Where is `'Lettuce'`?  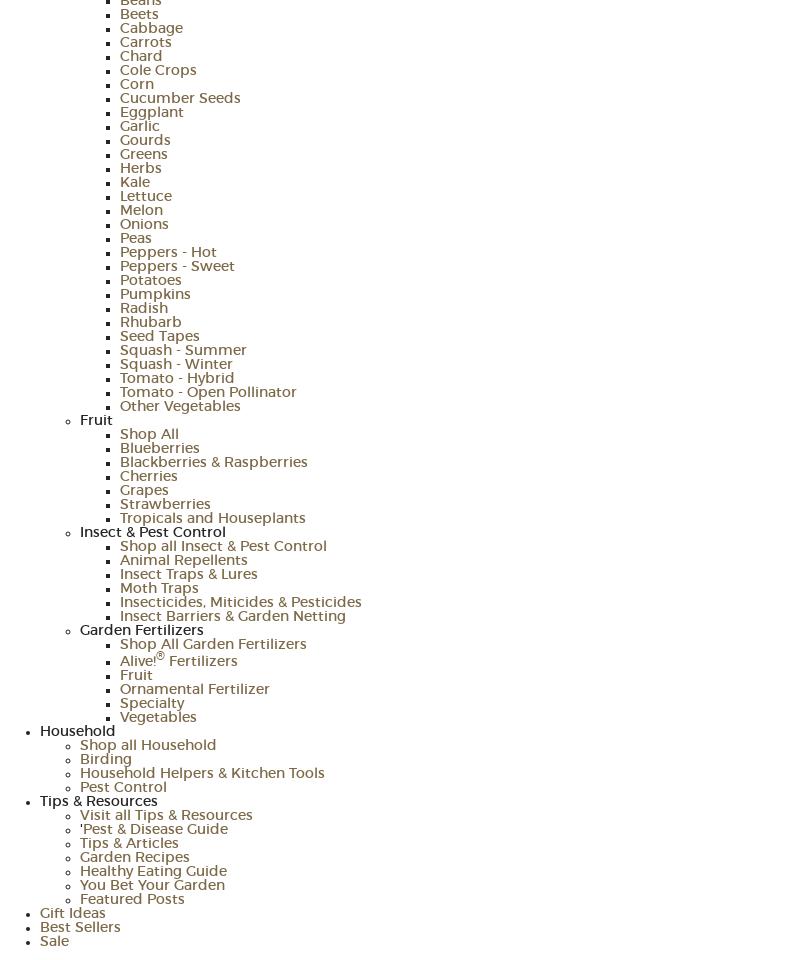 'Lettuce' is located at coordinates (119, 196).